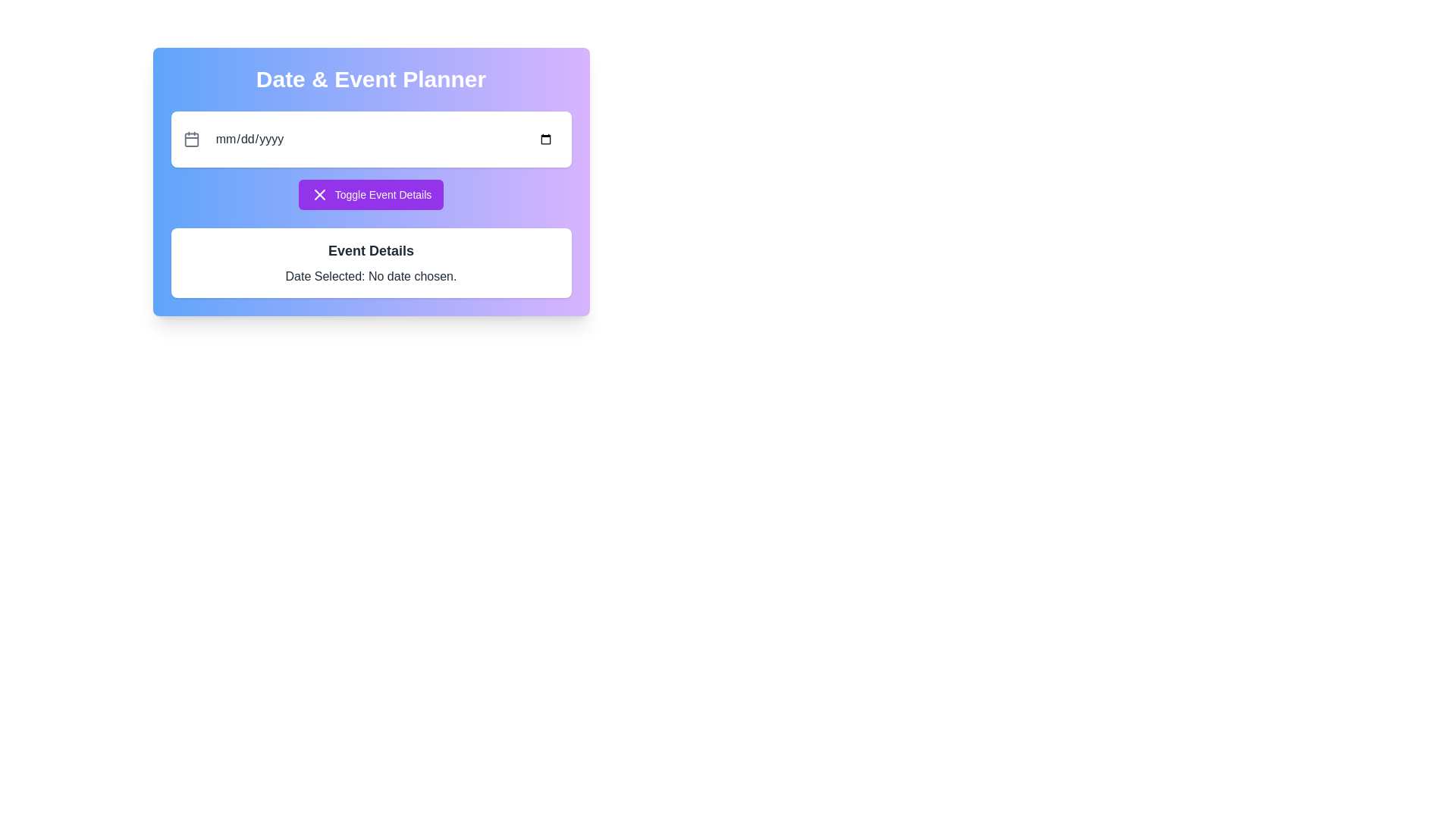  I want to click on the rectangular shape with rounded corners inside the leftmost icon of the 'Date & Event Planner' interface calendar, so click(190, 140).